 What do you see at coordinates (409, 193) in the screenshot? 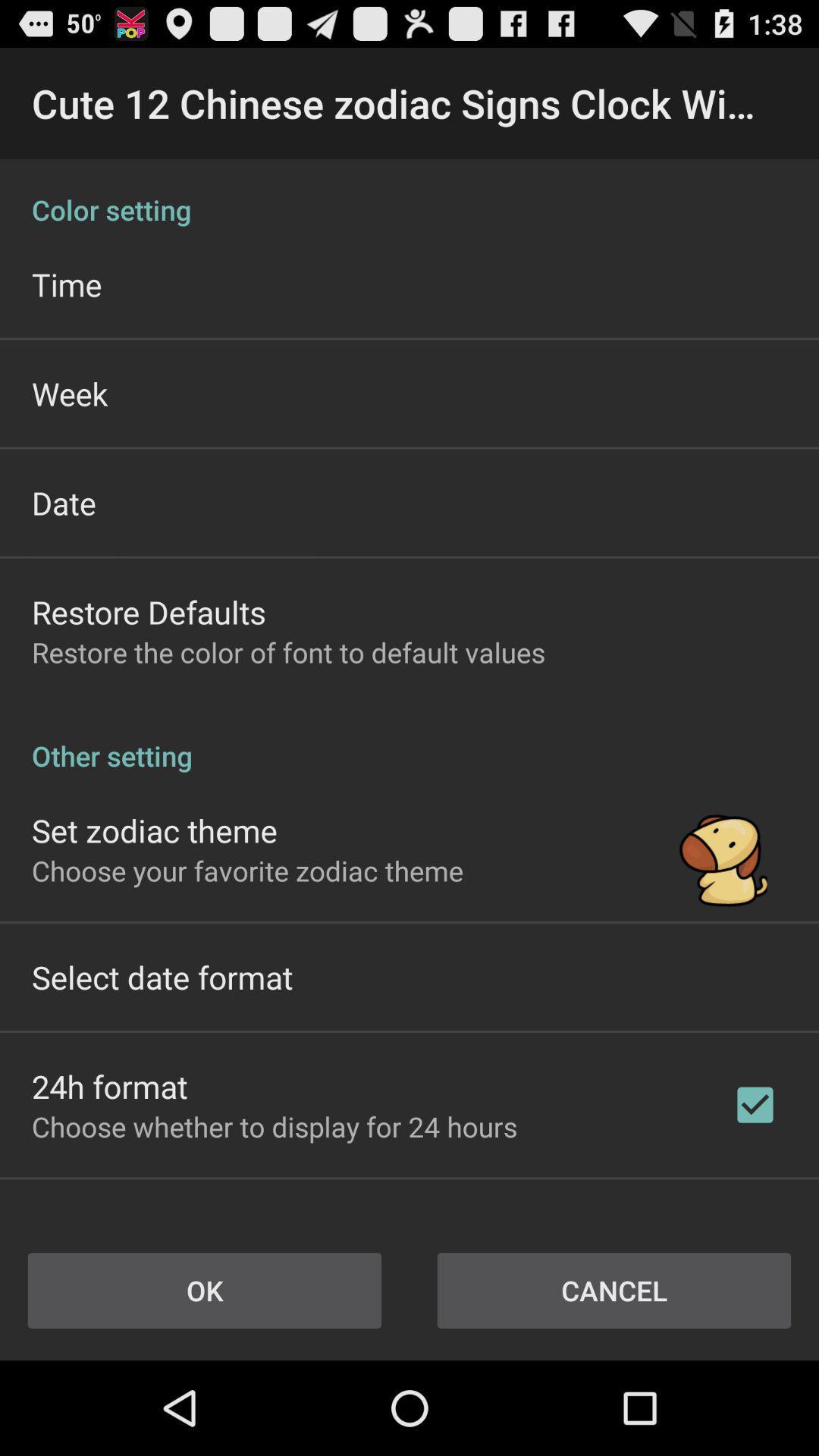
I see `the color setting icon` at bounding box center [409, 193].